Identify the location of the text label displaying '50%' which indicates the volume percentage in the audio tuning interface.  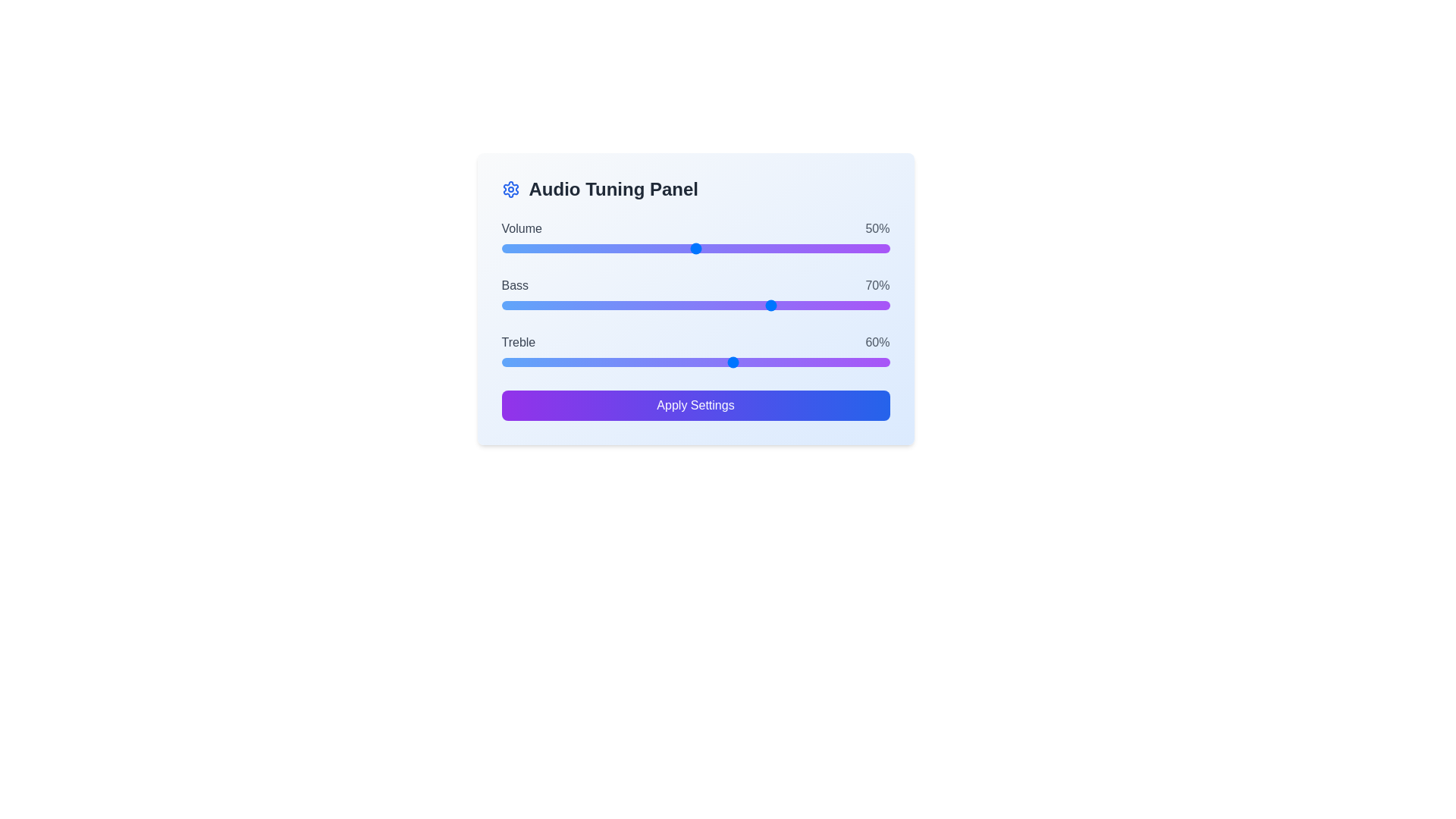
(877, 228).